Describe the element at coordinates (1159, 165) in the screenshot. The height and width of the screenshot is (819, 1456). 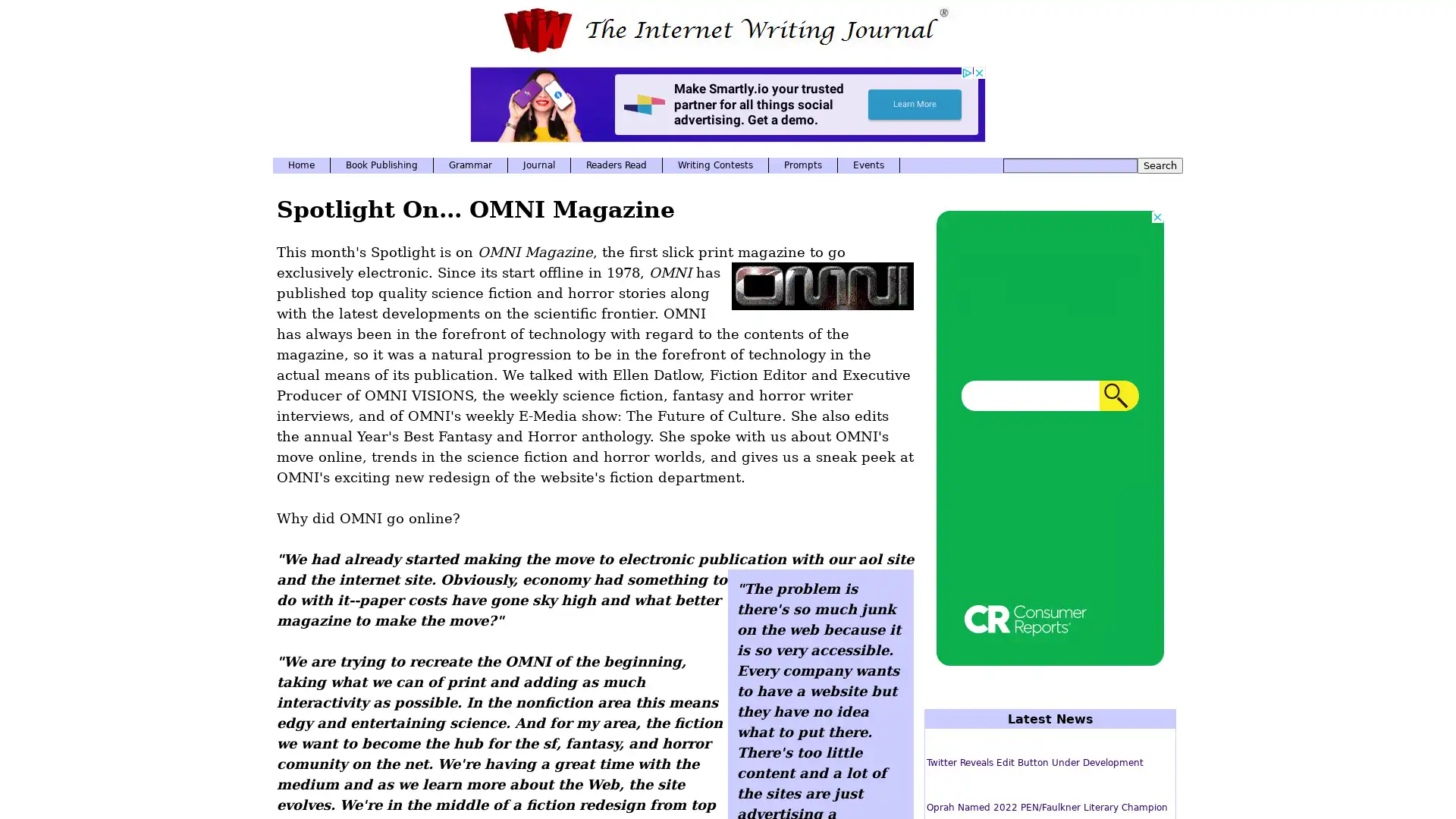
I see `Search` at that location.